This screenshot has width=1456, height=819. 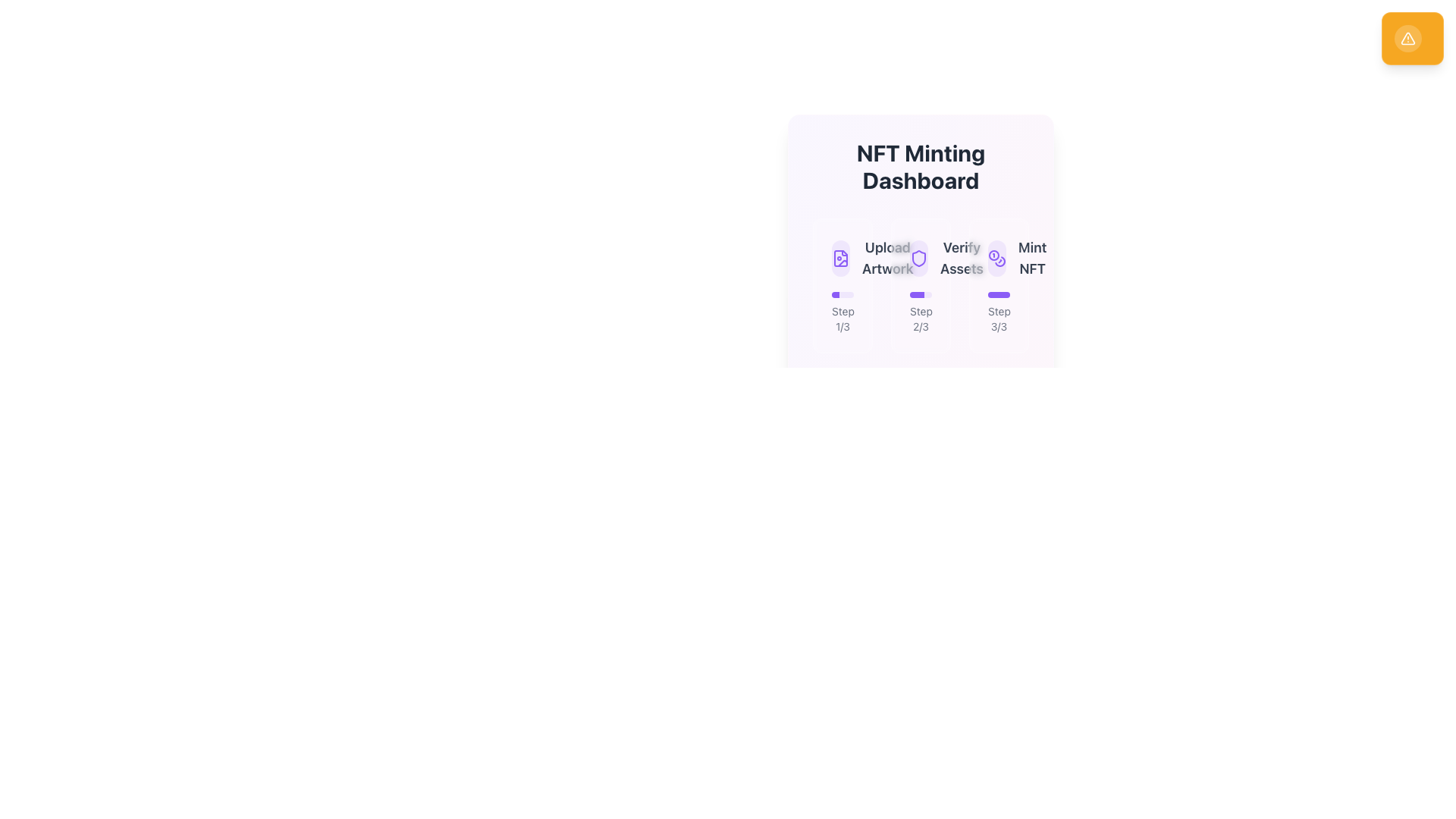 What do you see at coordinates (839, 257) in the screenshot?
I see `the leftmost rectangular icon resembling a page with a folded corner, styled in violet, located beneath the 'Upload Artwork' label` at bounding box center [839, 257].